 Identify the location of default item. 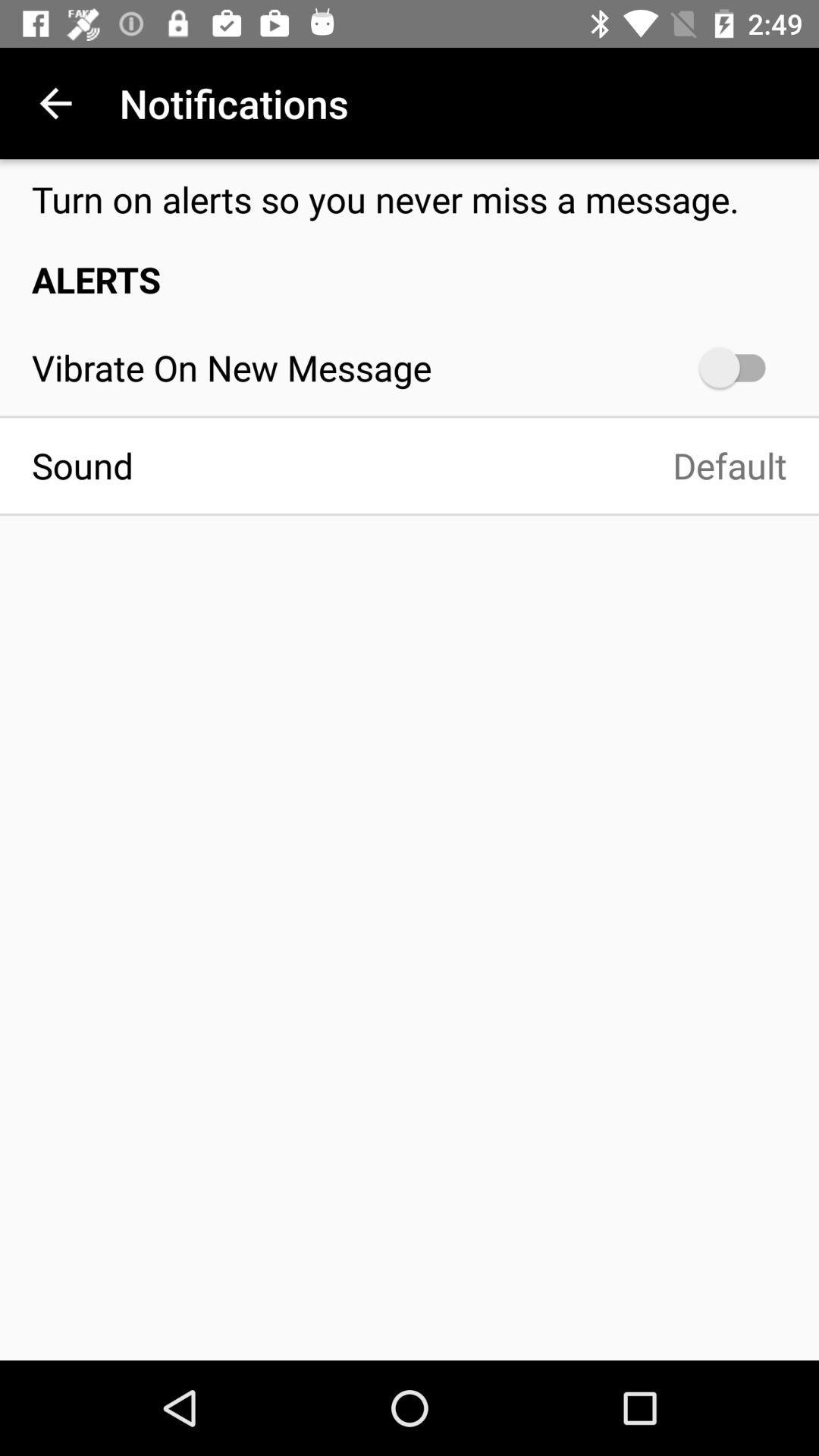
(475, 465).